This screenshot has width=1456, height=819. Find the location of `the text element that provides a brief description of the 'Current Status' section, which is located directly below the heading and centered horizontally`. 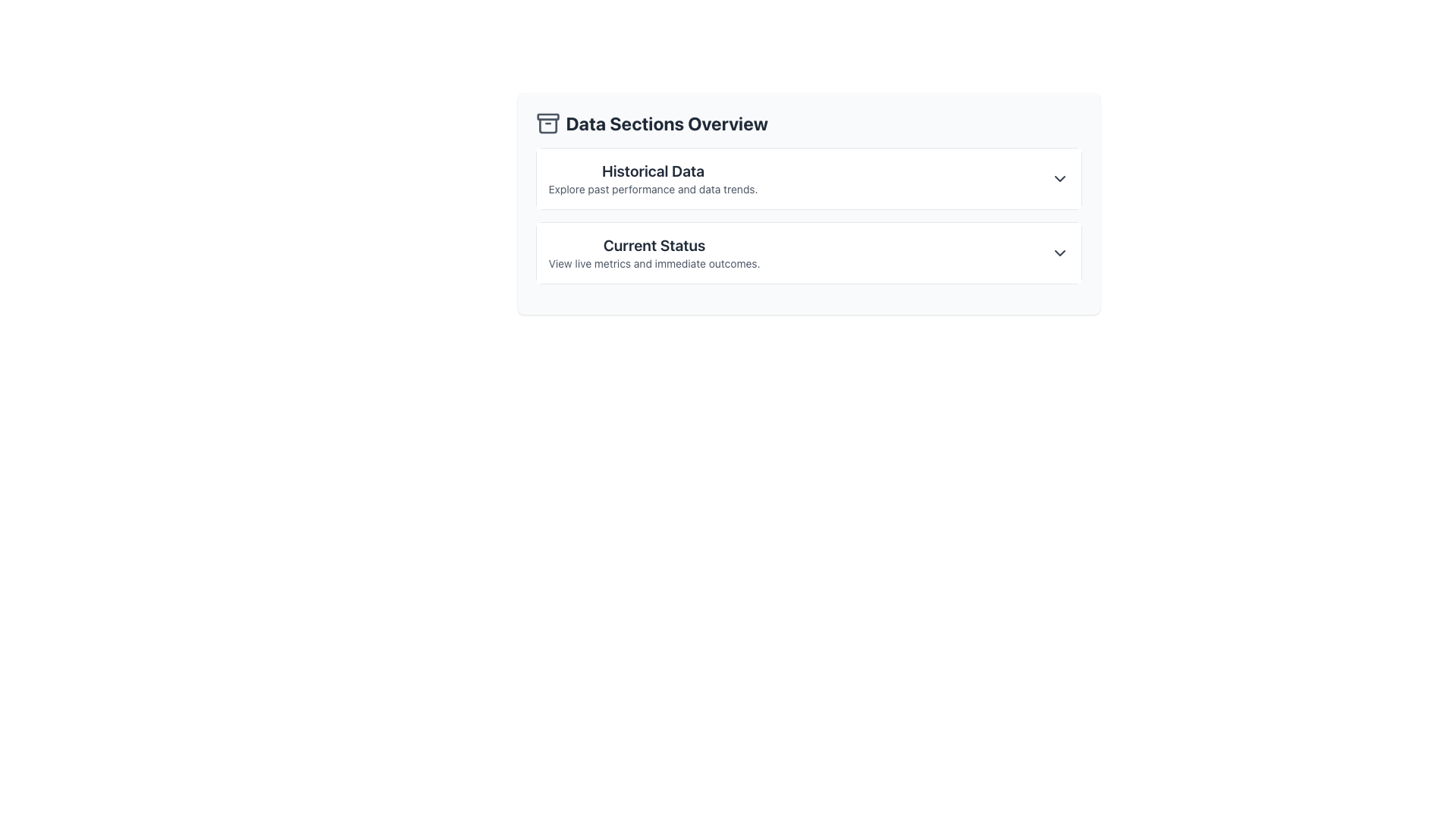

the text element that provides a brief description of the 'Current Status' section, which is located directly below the heading and centered horizontally is located at coordinates (654, 262).